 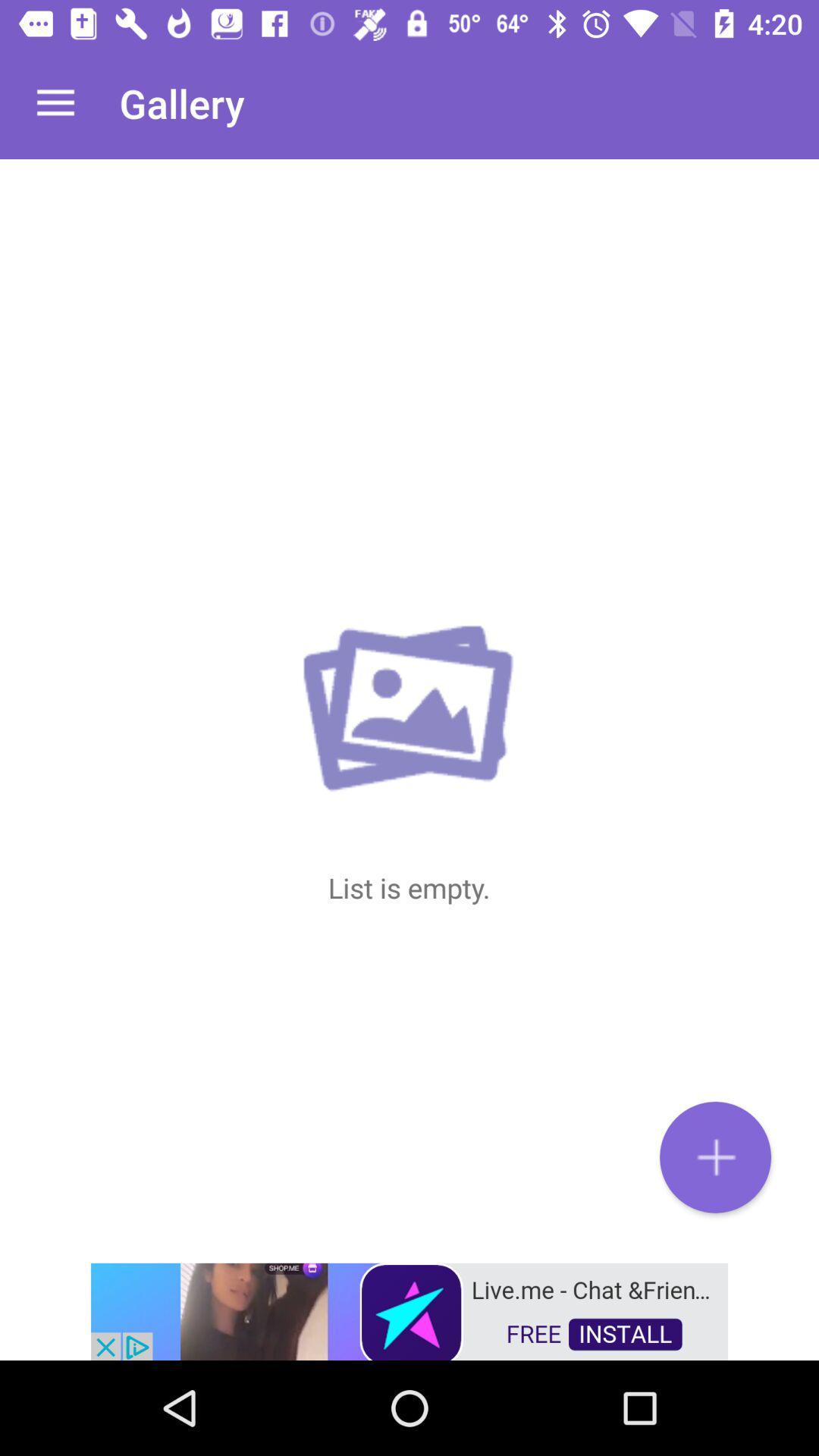 I want to click on advertisement link, so click(x=409, y=1310).